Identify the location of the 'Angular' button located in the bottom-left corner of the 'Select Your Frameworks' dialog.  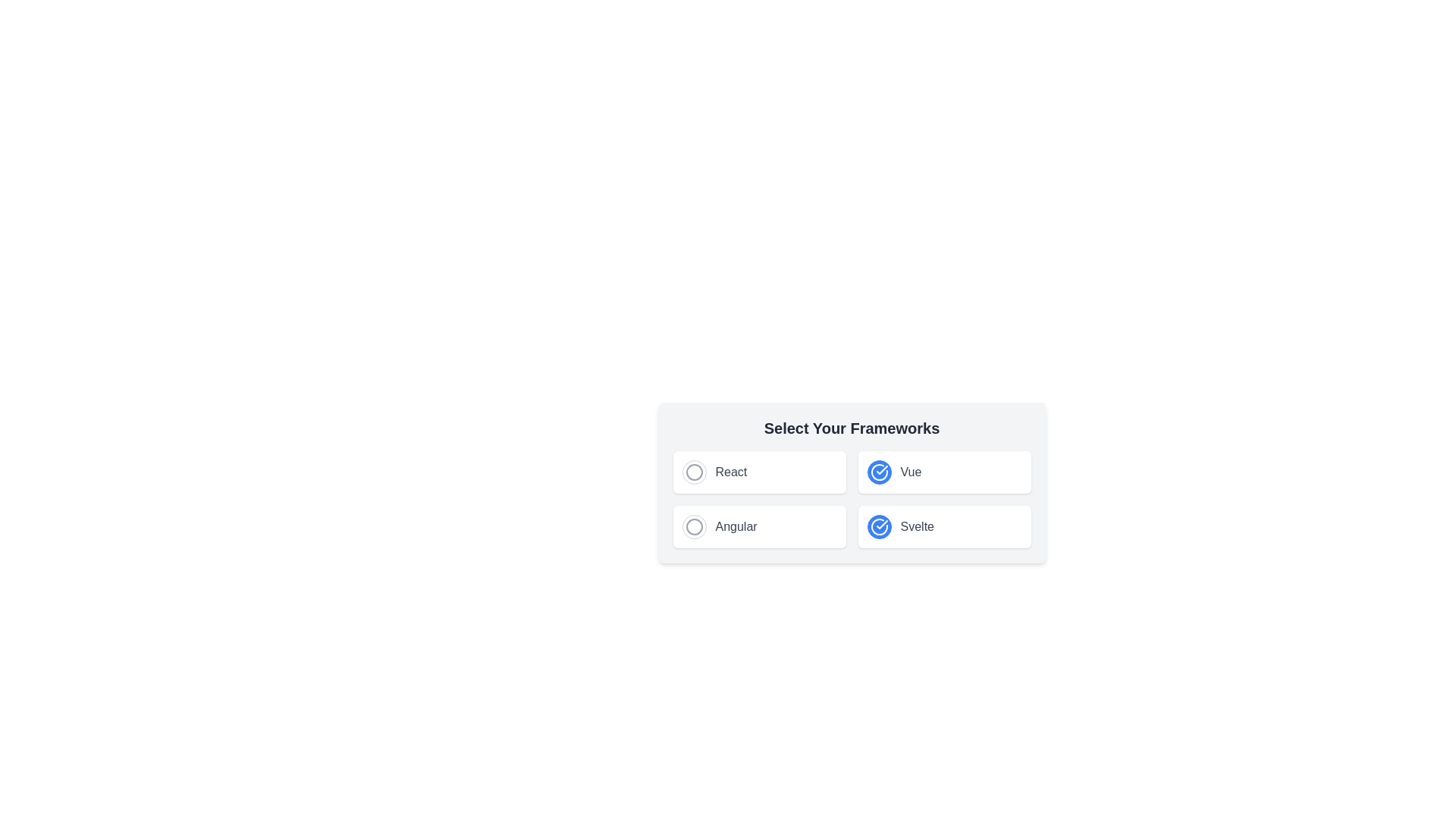
(693, 526).